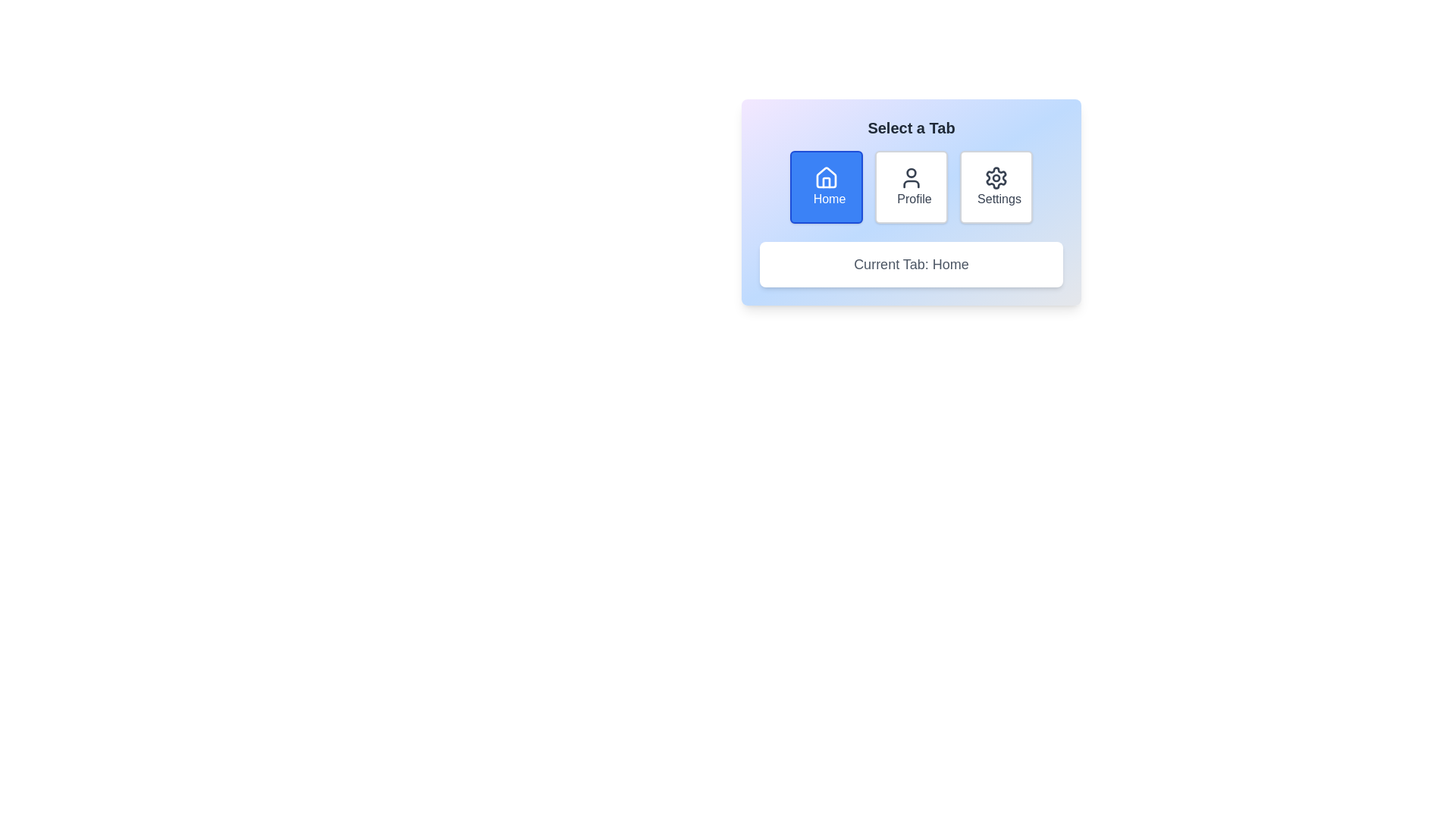  I want to click on the 'Profile' text label that indicates the section identity within the interface, so click(913, 198).